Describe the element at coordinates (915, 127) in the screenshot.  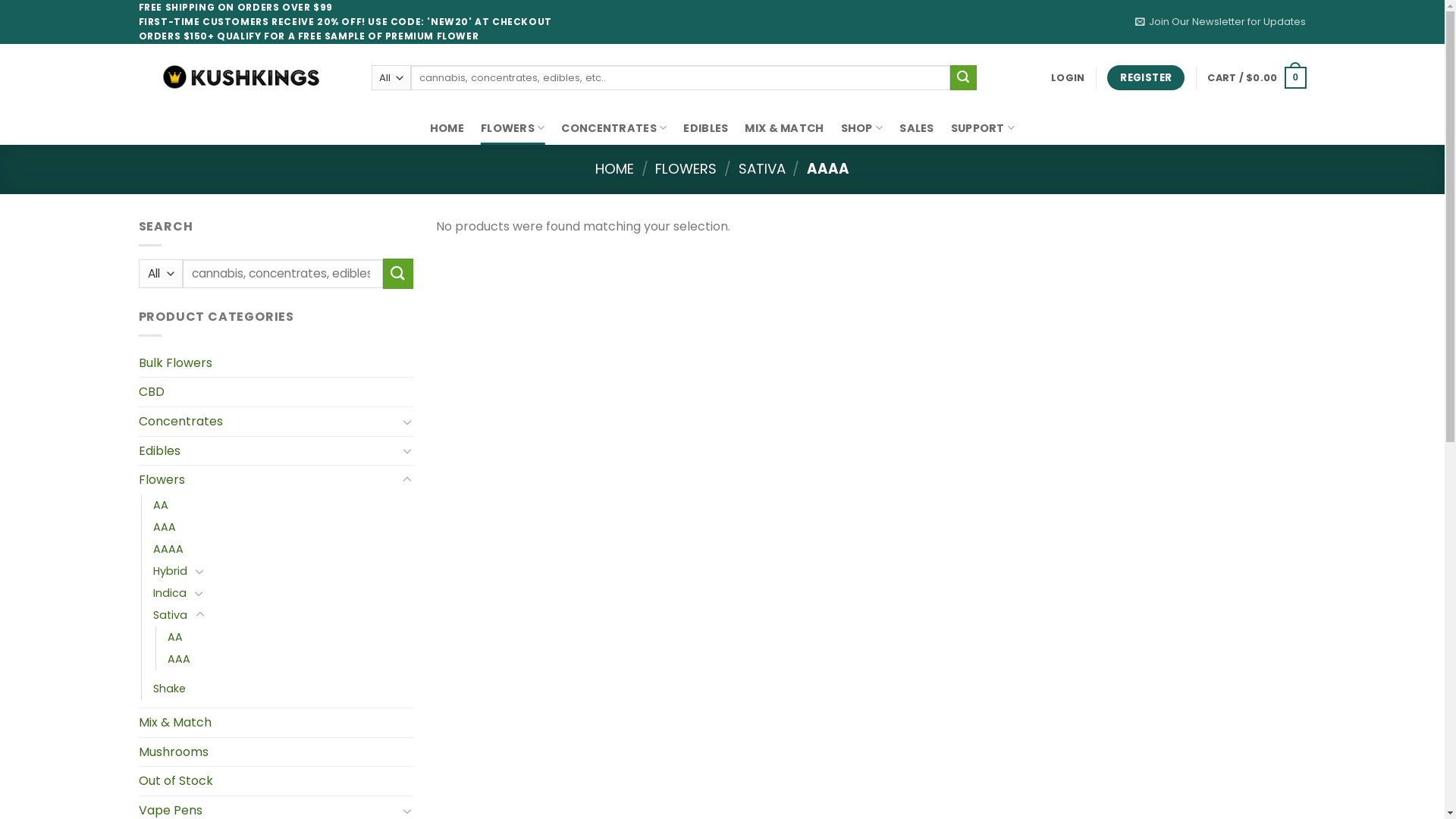
I see `'SALES'` at that location.